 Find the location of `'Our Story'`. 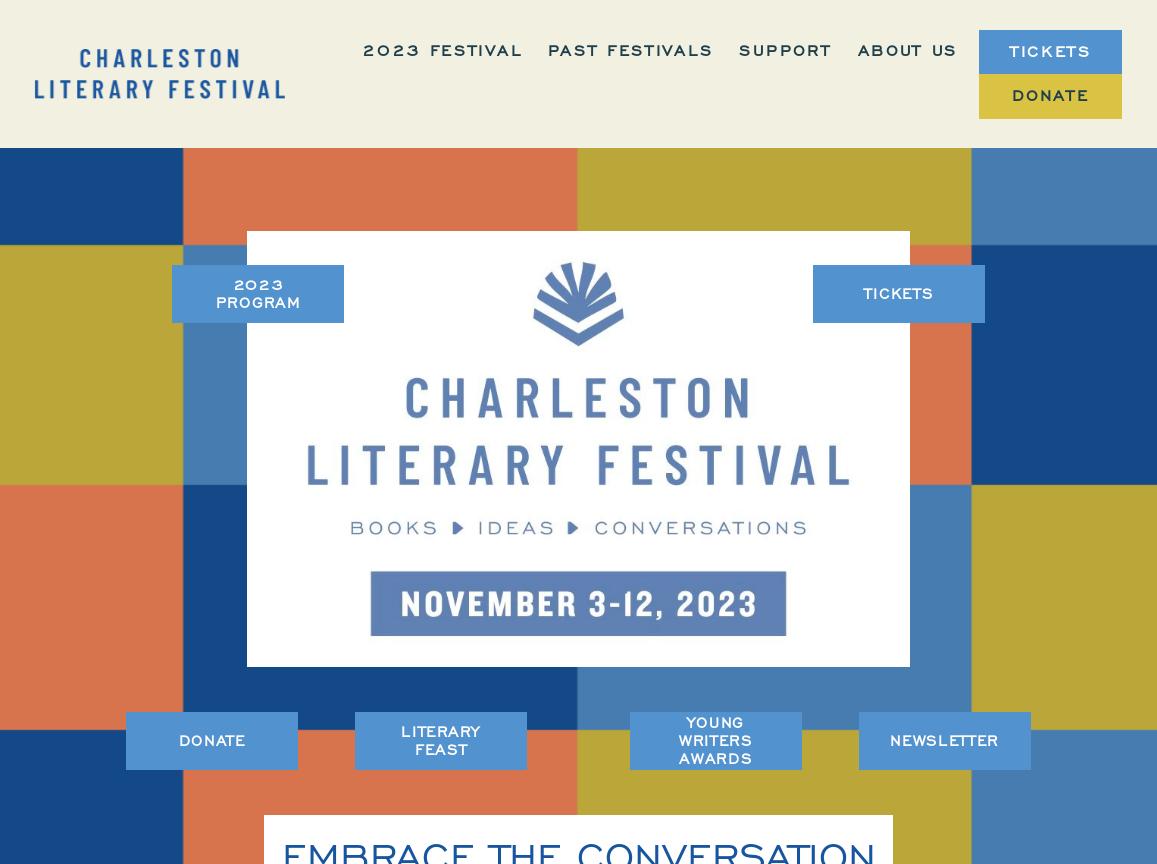

'Our Story' is located at coordinates (900, 145).